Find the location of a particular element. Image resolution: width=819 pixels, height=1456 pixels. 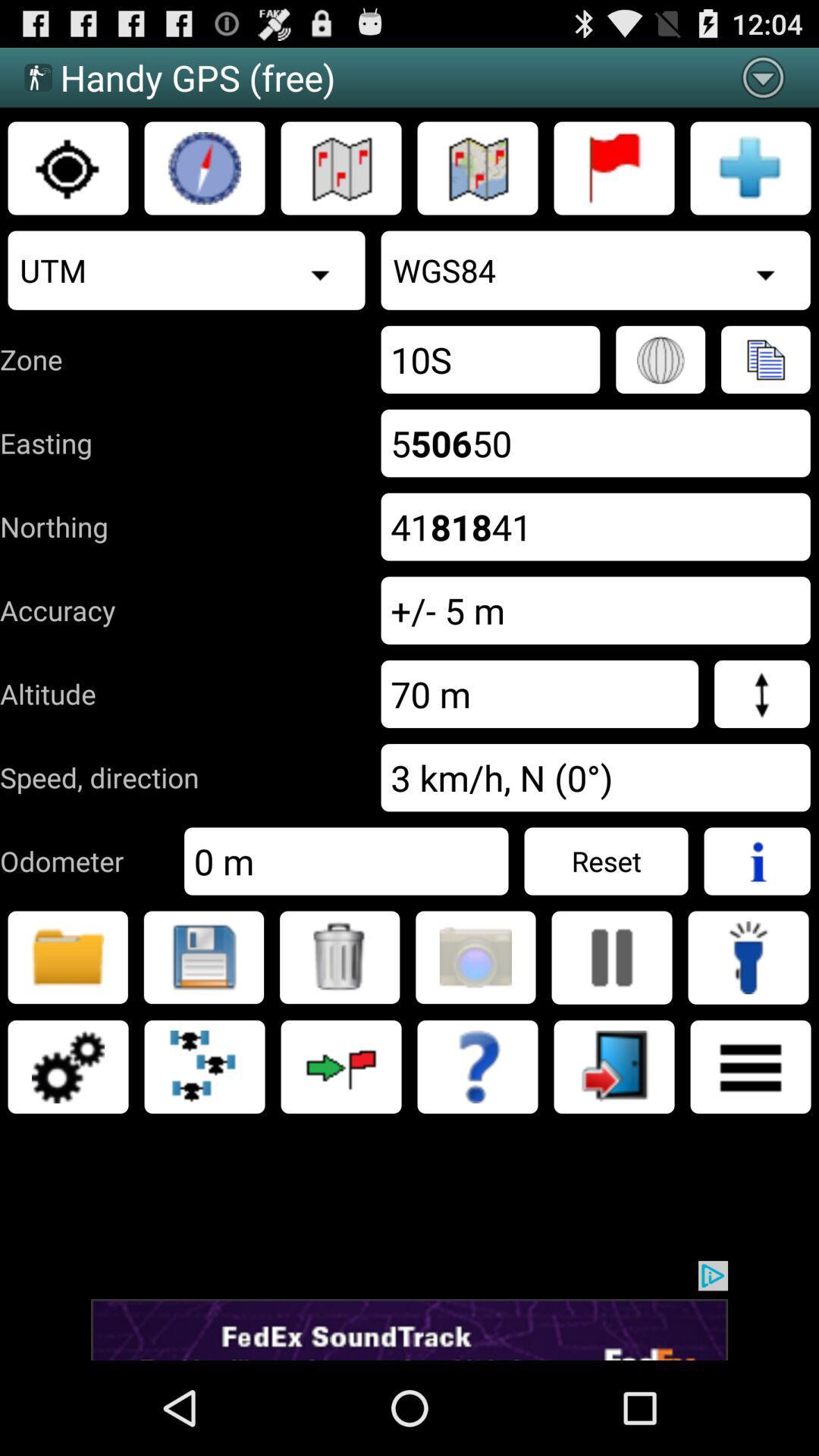

files is located at coordinates (67, 956).